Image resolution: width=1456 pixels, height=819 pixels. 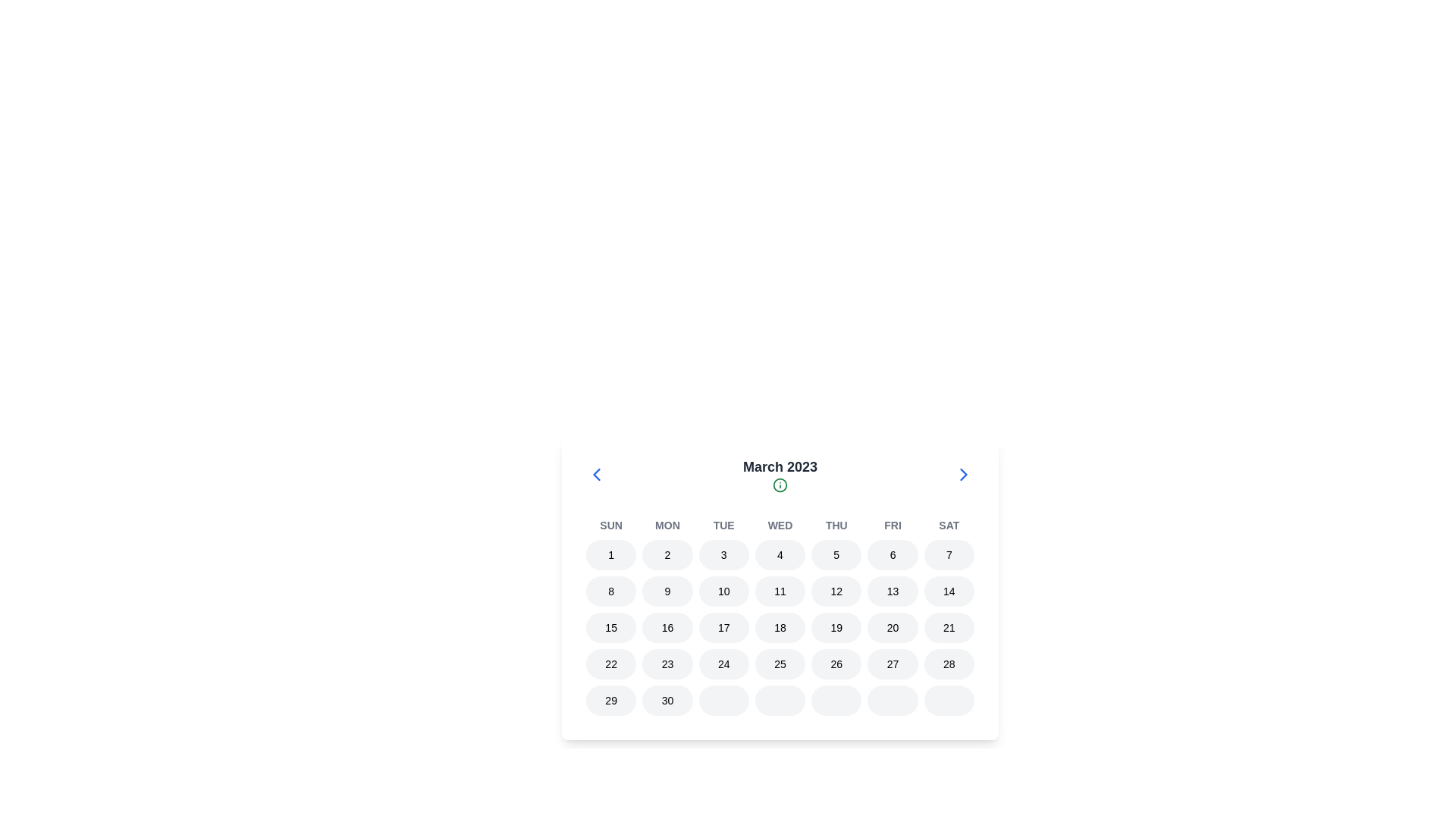 What do you see at coordinates (948, 628) in the screenshot?
I see `the calendar date button '21' located in the fourth row and seventh column of the calendar grid` at bounding box center [948, 628].